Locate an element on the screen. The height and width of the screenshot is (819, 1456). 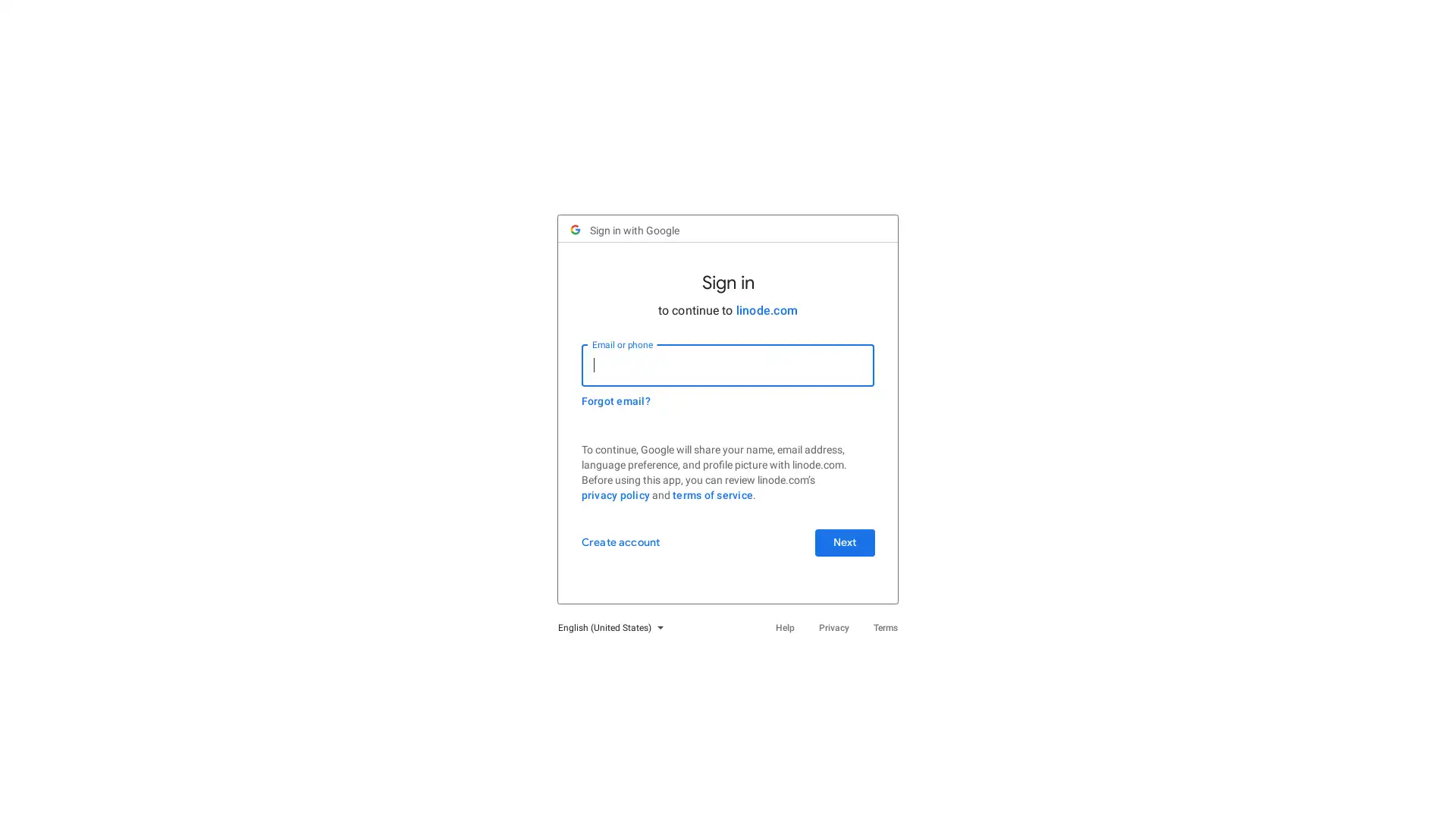
Next is located at coordinates (836, 548).